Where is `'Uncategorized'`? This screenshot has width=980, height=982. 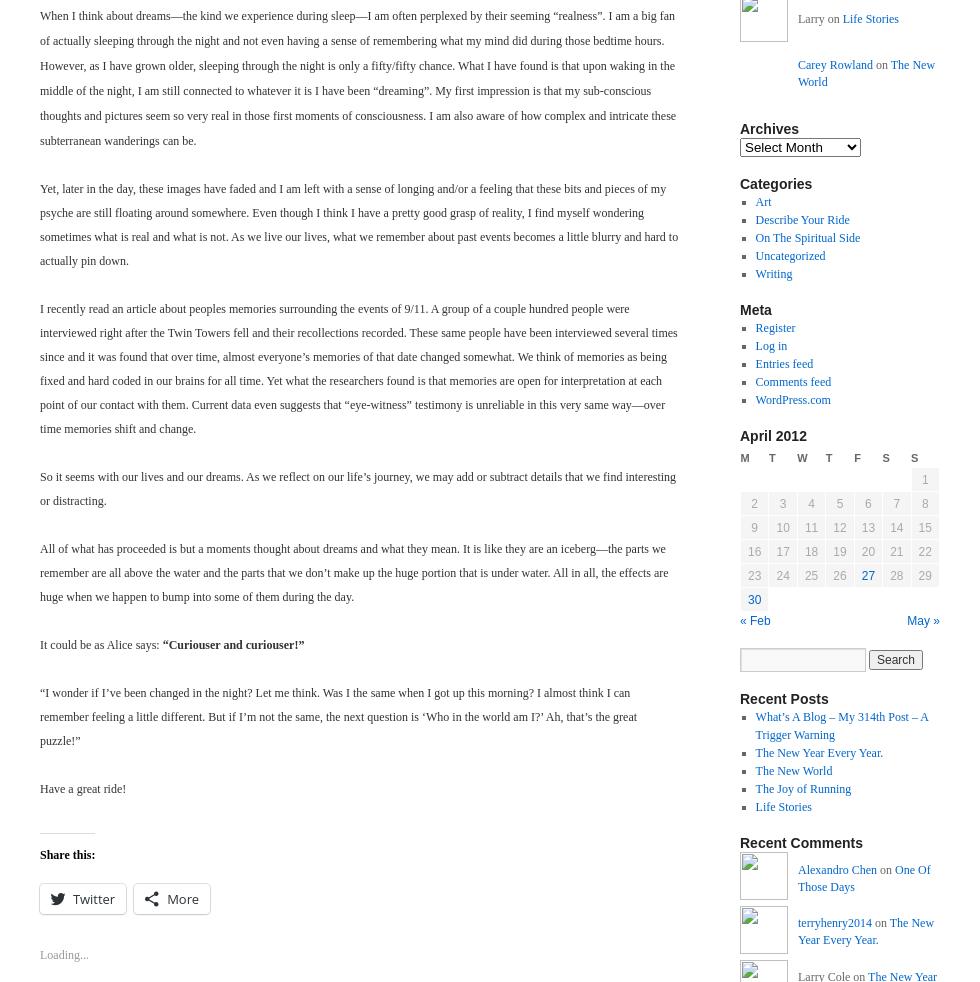 'Uncategorized' is located at coordinates (754, 255).